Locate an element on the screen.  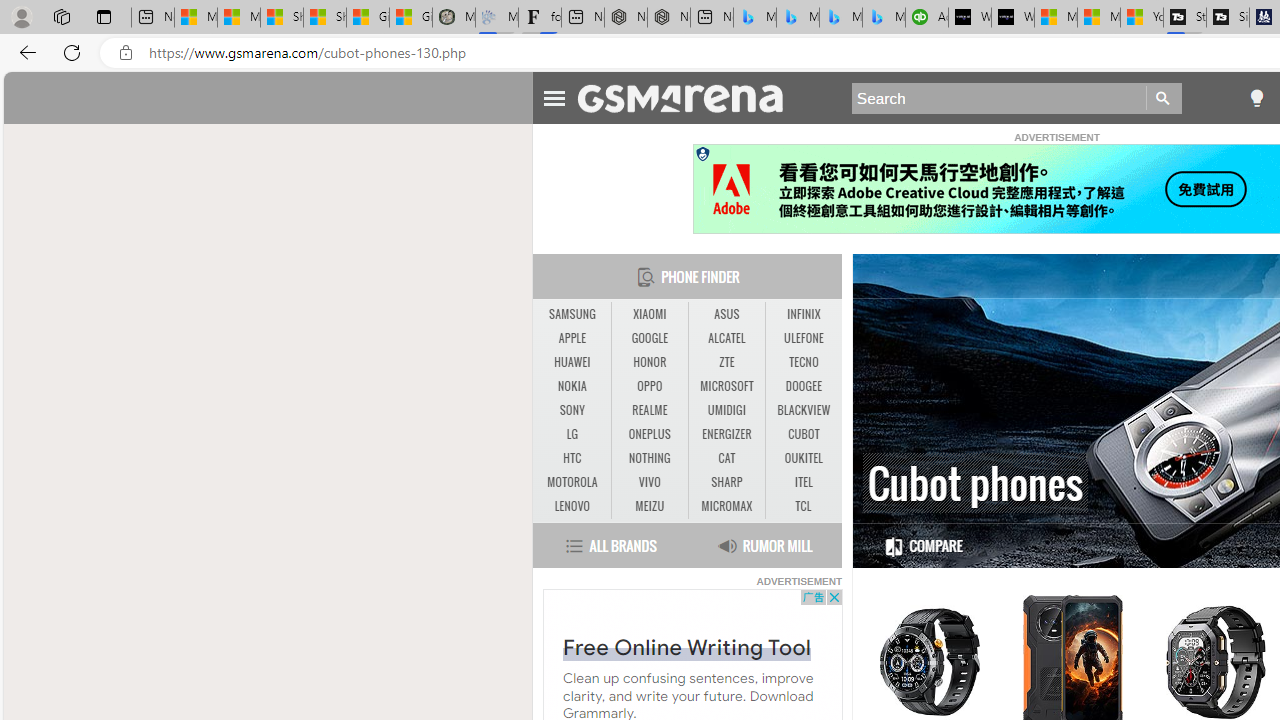
'LENOVO' is located at coordinates (571, 505).